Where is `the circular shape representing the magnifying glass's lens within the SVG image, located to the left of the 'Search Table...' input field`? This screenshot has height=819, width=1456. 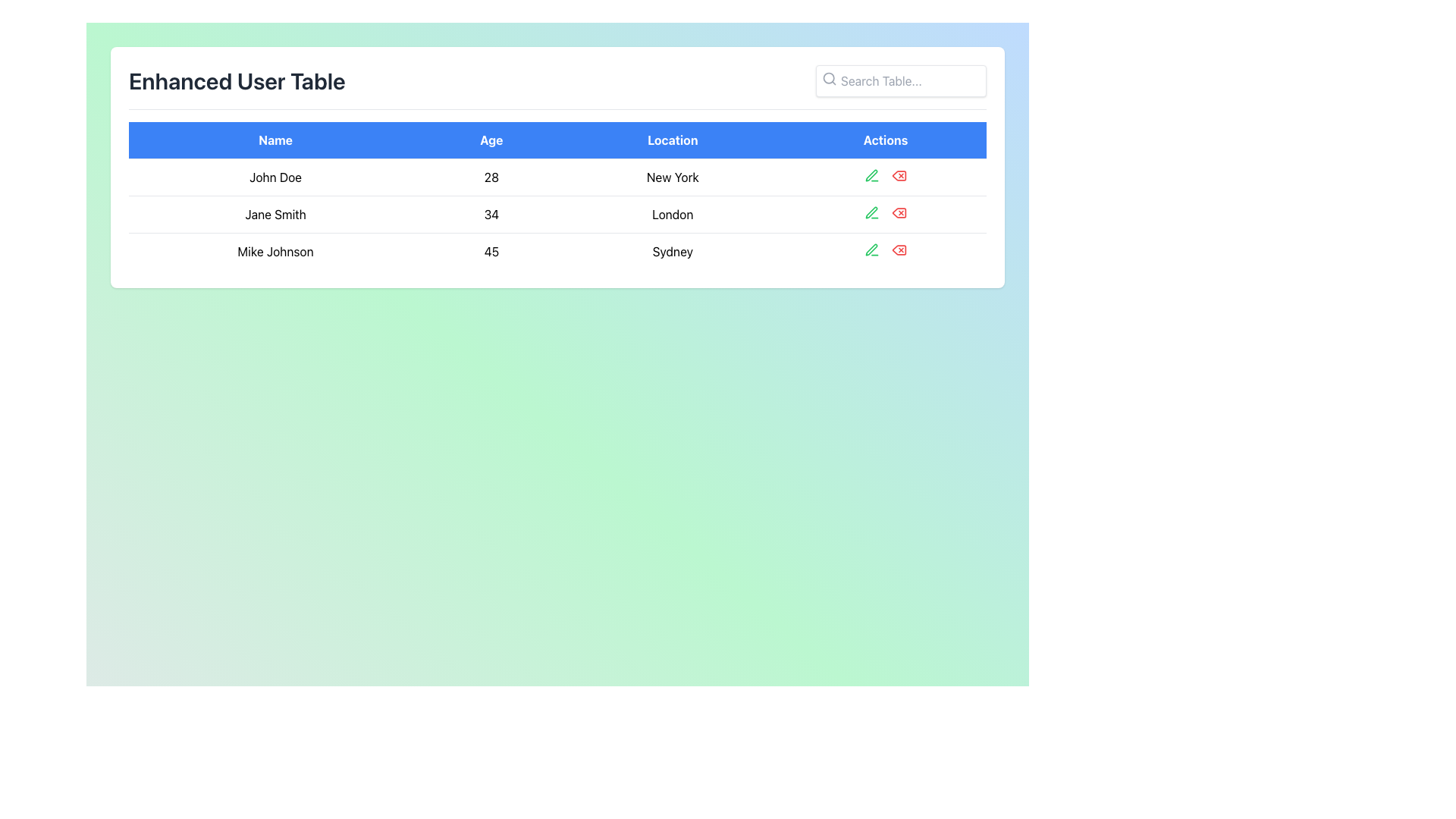
the circular shape representing the magnifying glass's lens within the SVG image, located to the left of the 'Search Table...' input field is located at coordinates (828, 78).